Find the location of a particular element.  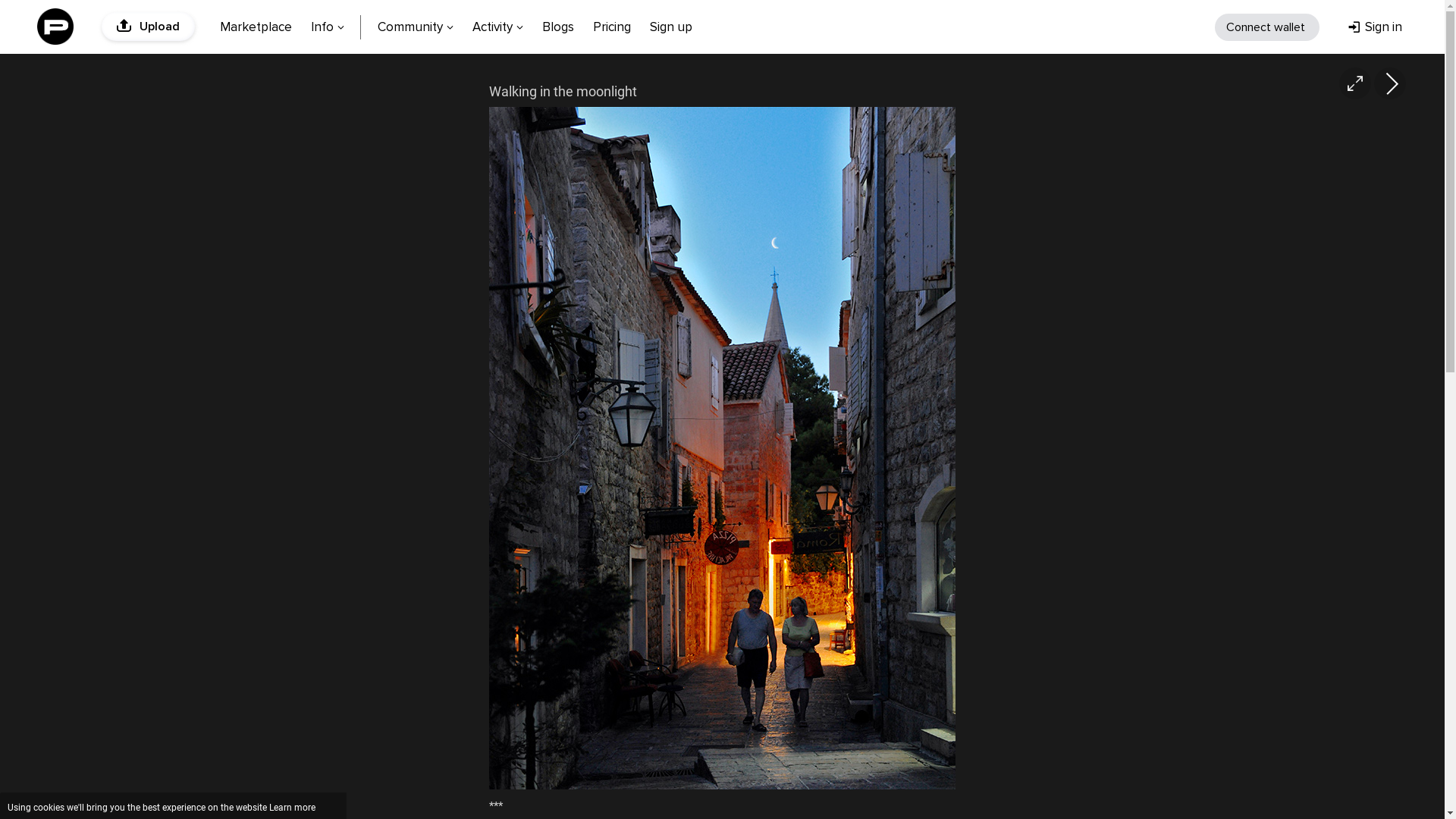

'Marketplace' is located at coordinates (256, 25).